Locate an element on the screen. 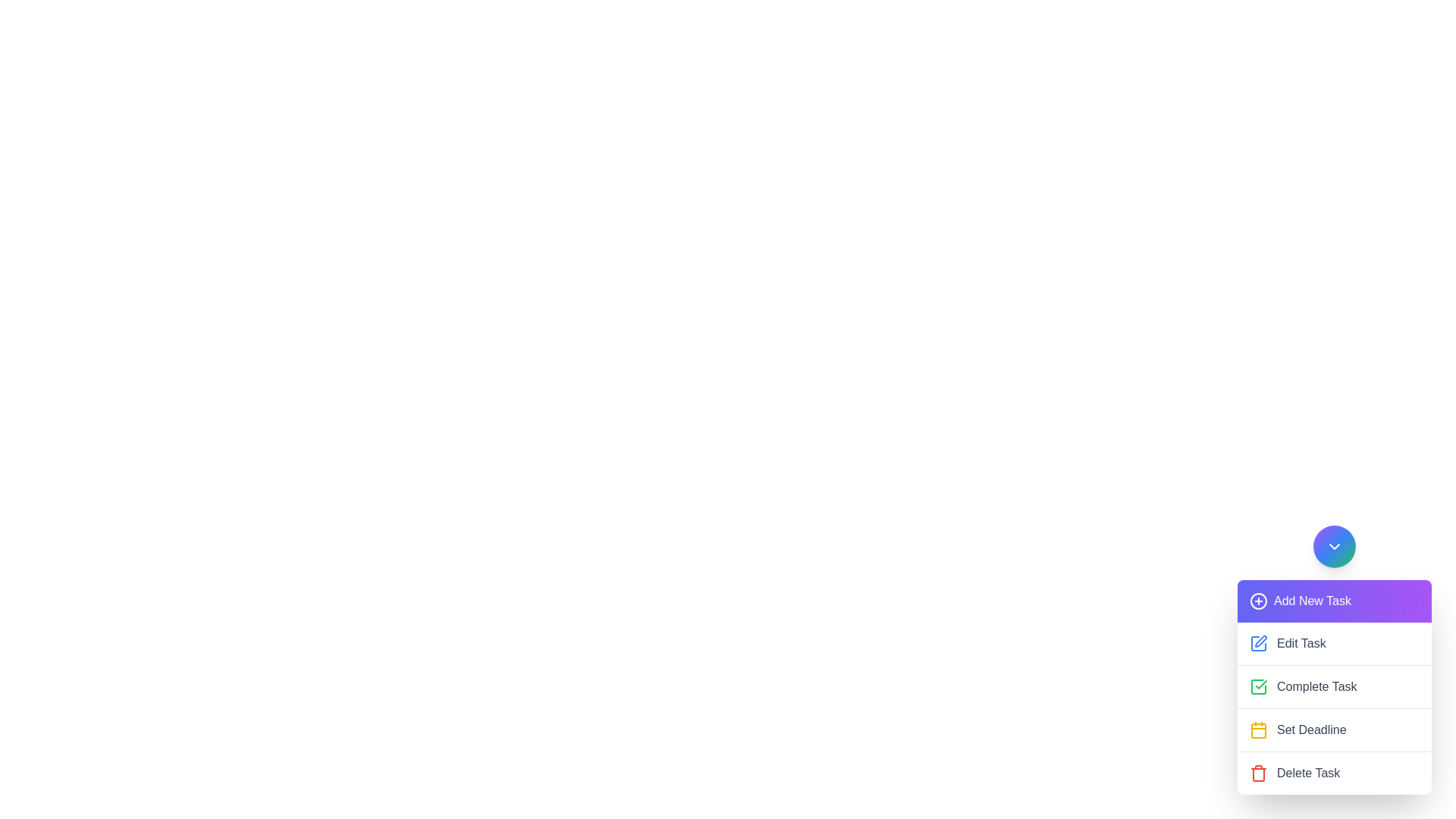 This screenshot has width=1456, height=819. the chevron-down SVG graphic icon which indicates an expandable menu located within a circular button at the bottom-right corner of the interface is located at coordinates (1335, 547).